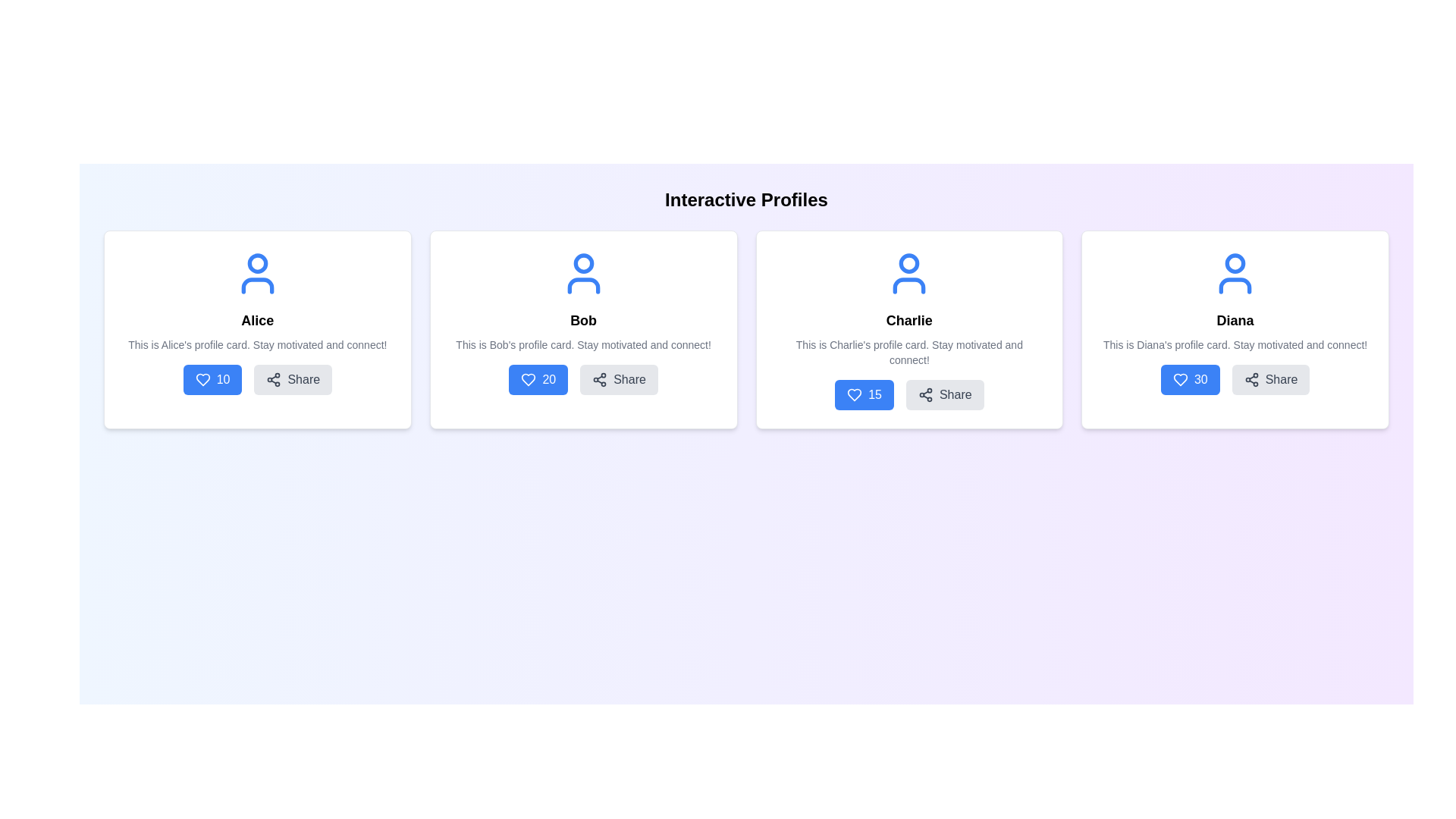  What do you see at coordinates (864, 394) in the screenshot?
I see `the rectangular blue button with white text '15' and a heart icon, located in the lower-left section of the 'Charlie' profile card` at bounding box center [864, 394].